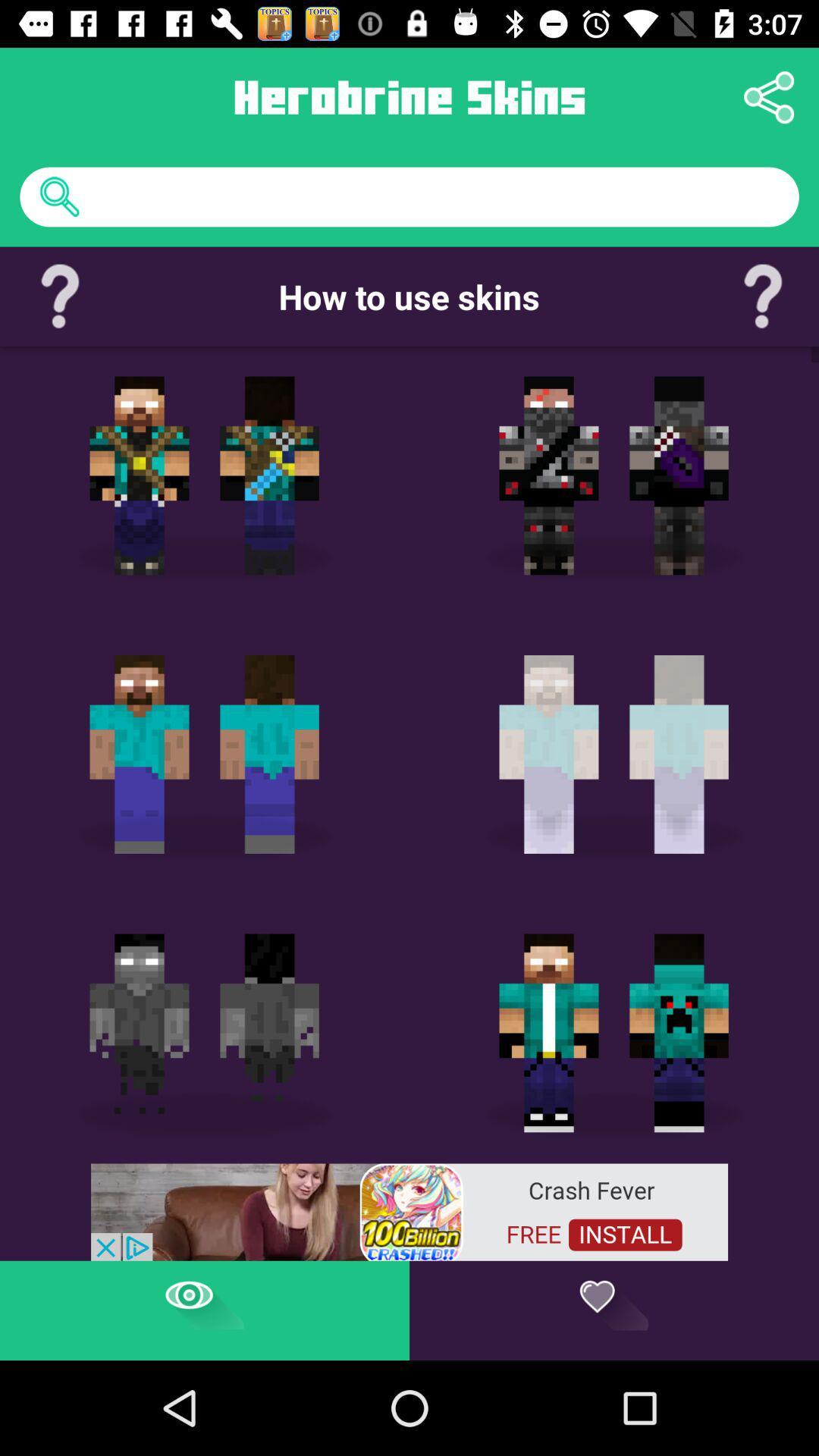  What do you see at coordinates (769, 96) in the screenshot?
I see `the share icon` at bounding box center [769, 96].